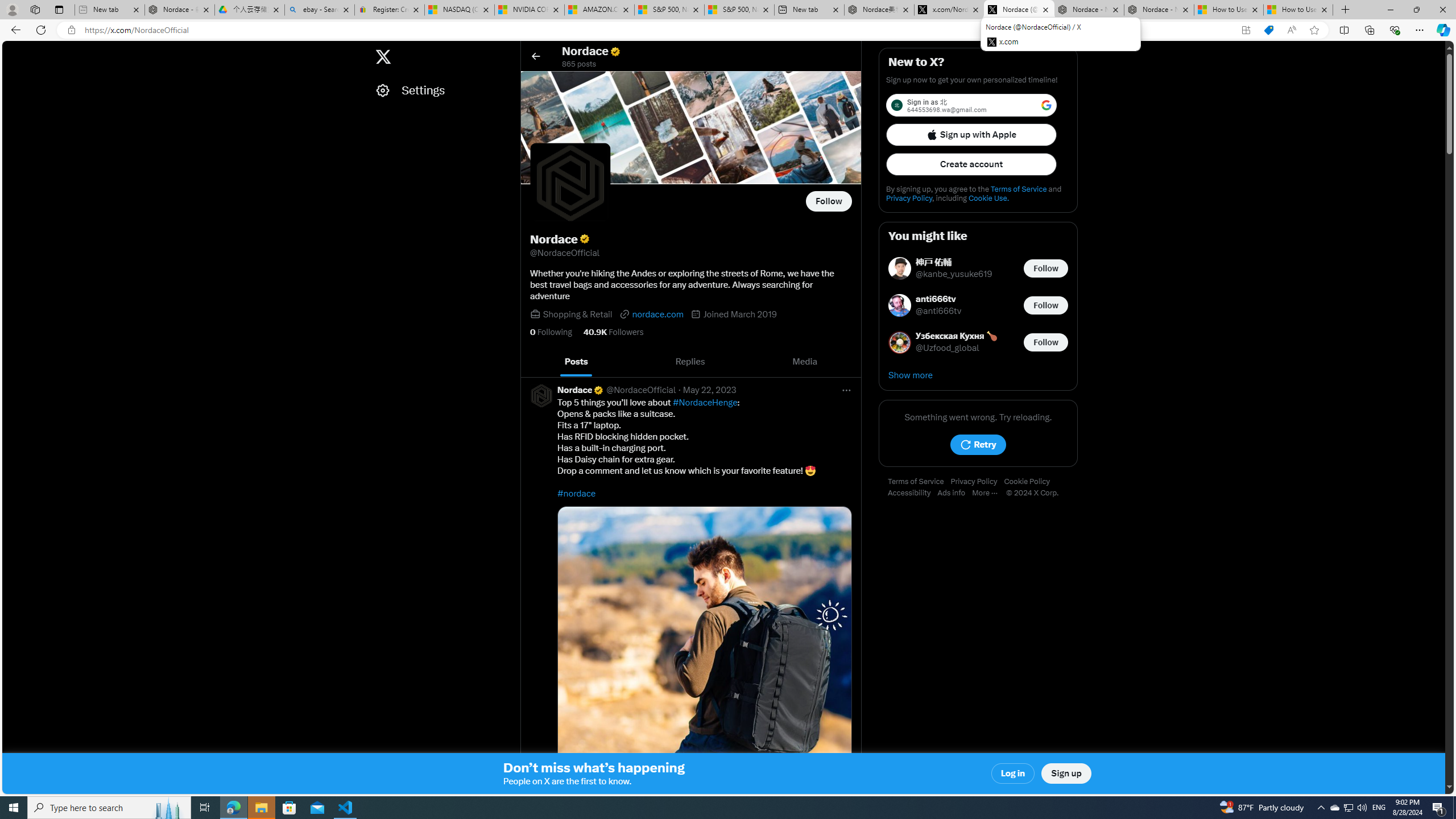  I want to click on 'More', so click(988, 493).